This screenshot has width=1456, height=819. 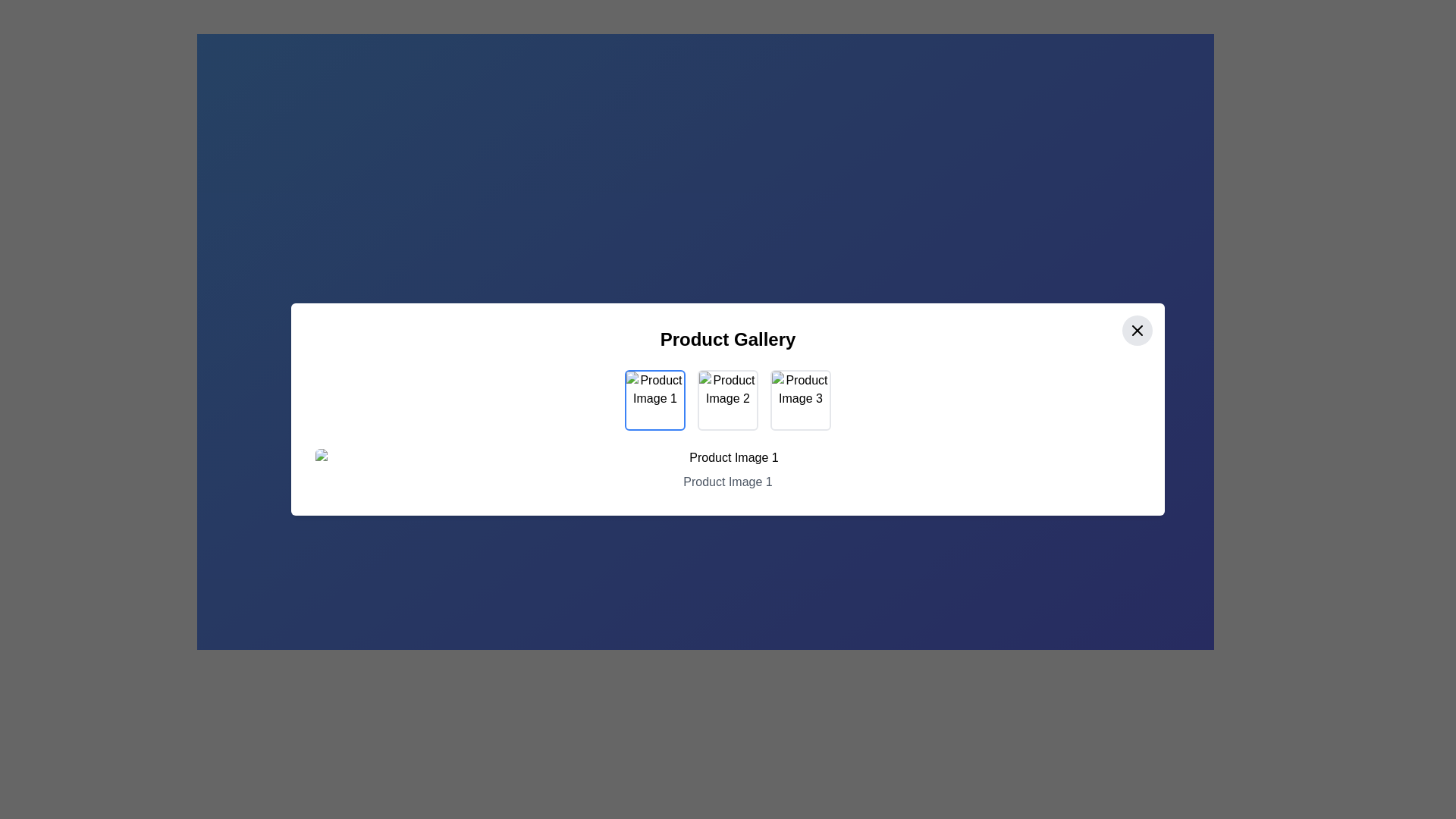 I want to click on the closing icon located at the top-right corner of the dialog box, so click(x=1137, y=329).